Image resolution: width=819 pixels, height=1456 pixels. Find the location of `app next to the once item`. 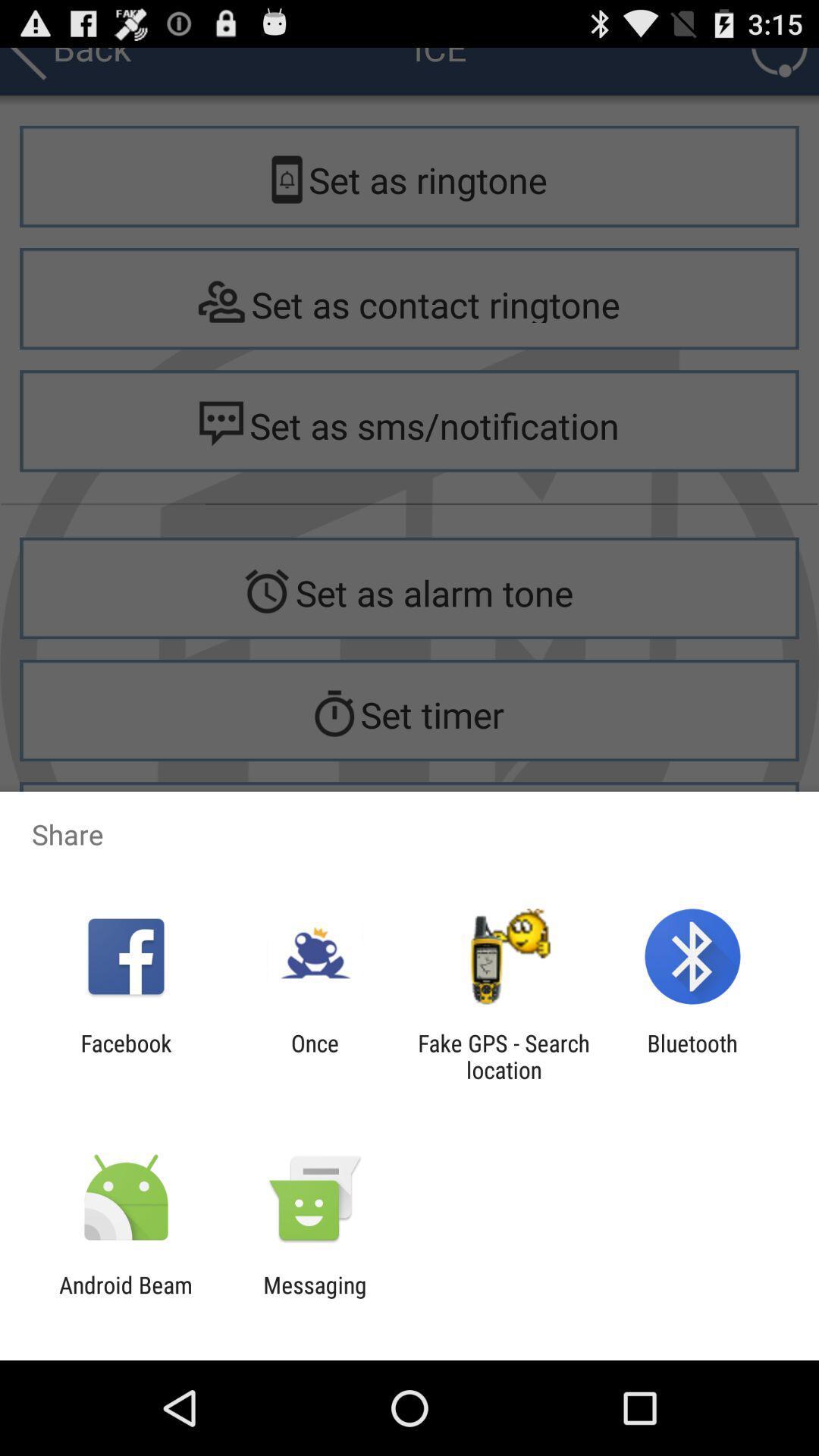

app next to the once item is located at coordinates (504, 1056).